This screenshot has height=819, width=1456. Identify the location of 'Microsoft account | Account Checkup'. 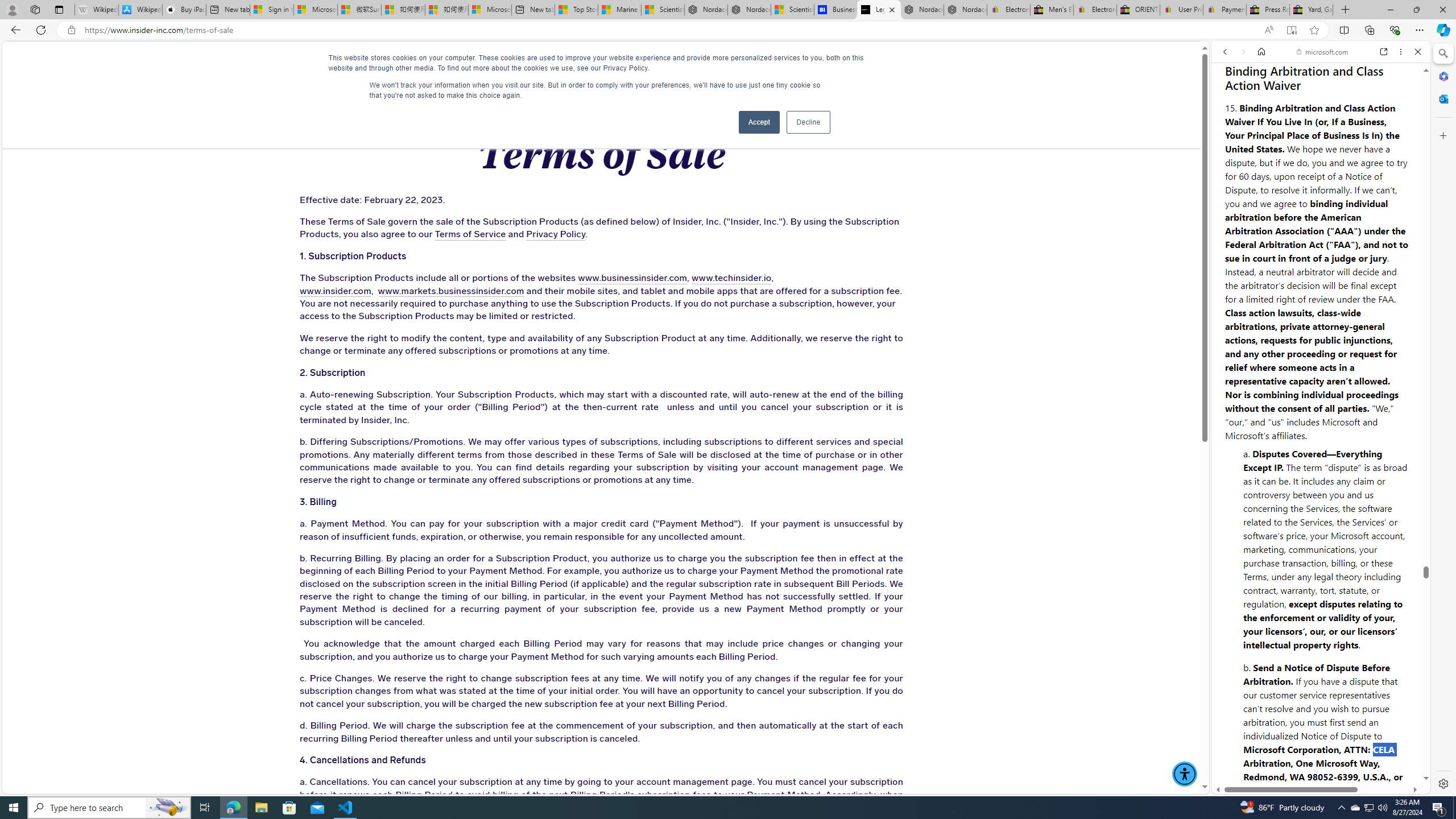
(489, 9).